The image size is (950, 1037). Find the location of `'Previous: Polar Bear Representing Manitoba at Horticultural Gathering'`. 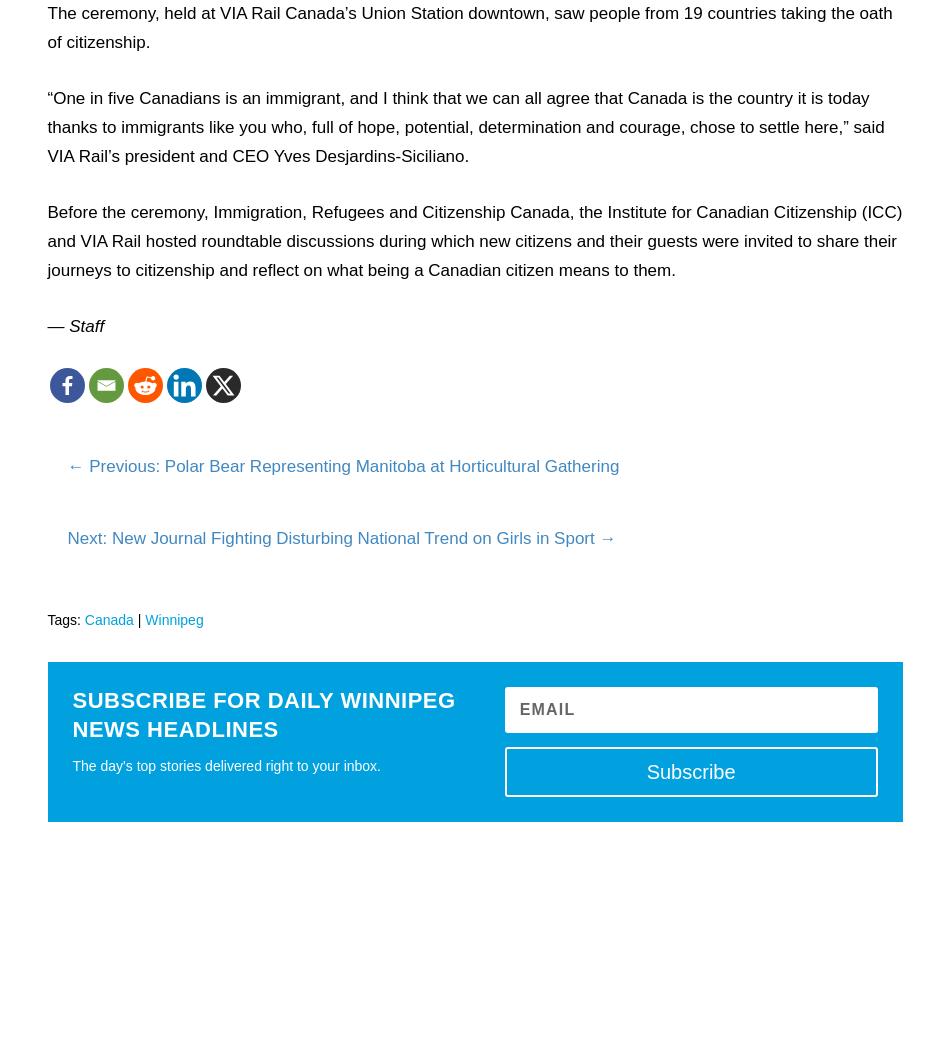

'Previous: Polar Bear Representing Manitoba at Horticultural Gathering' is located at coordinates (89, 465).